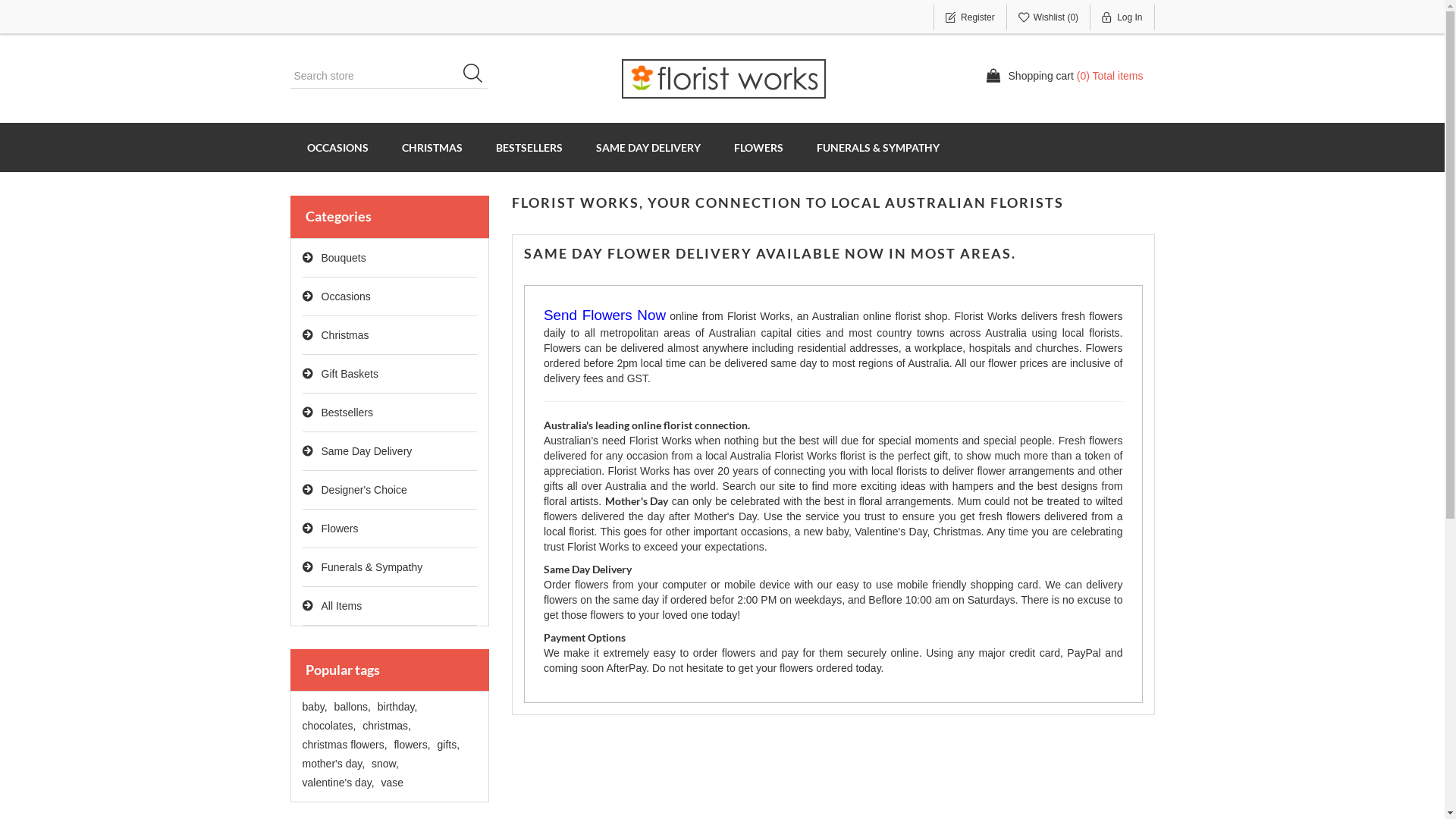 This screenshot has width=1456, height=819. I want to click on 'Christmas', so click(389, 334).